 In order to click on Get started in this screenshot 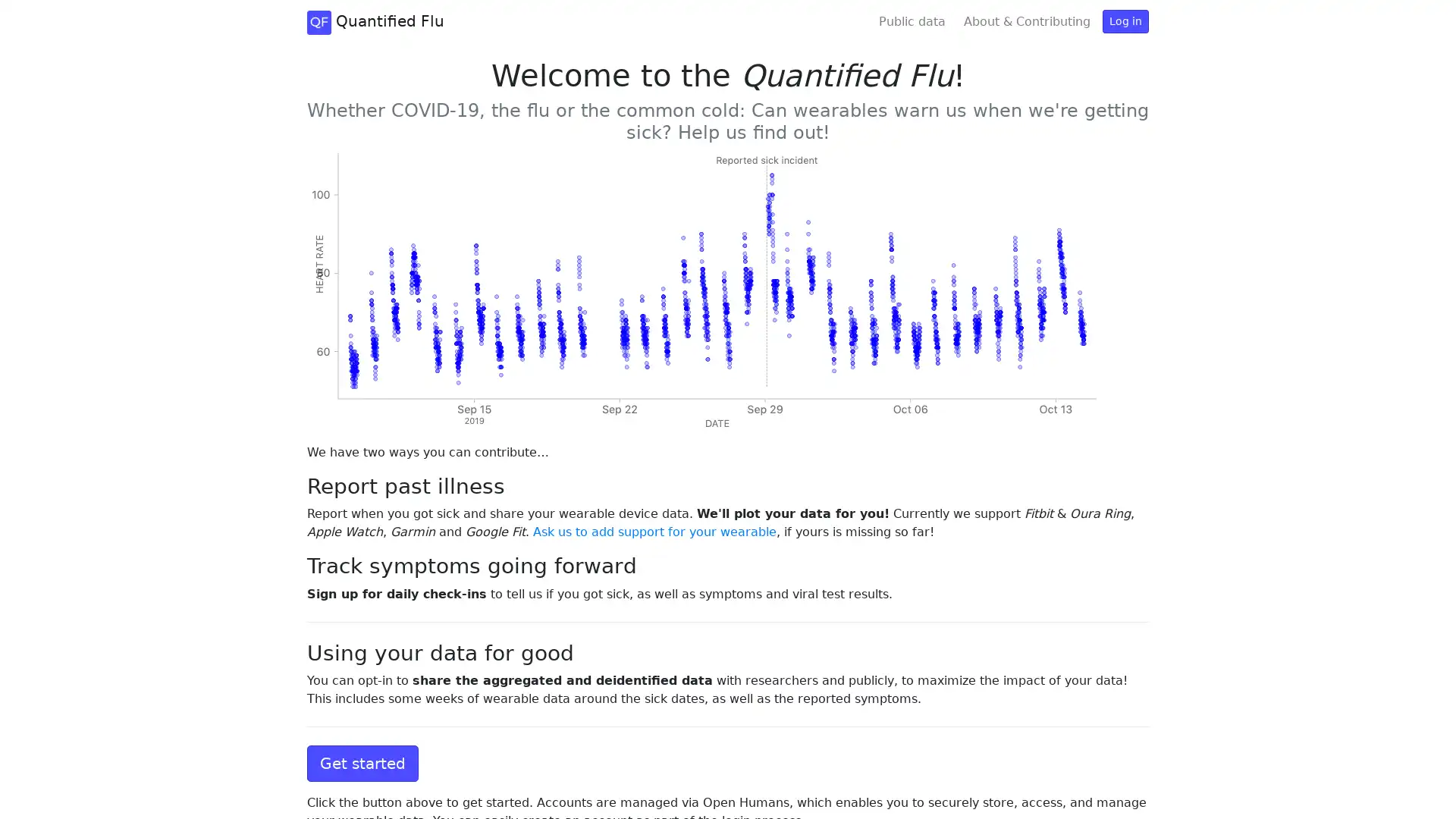, I will do `click(362, 763)`.